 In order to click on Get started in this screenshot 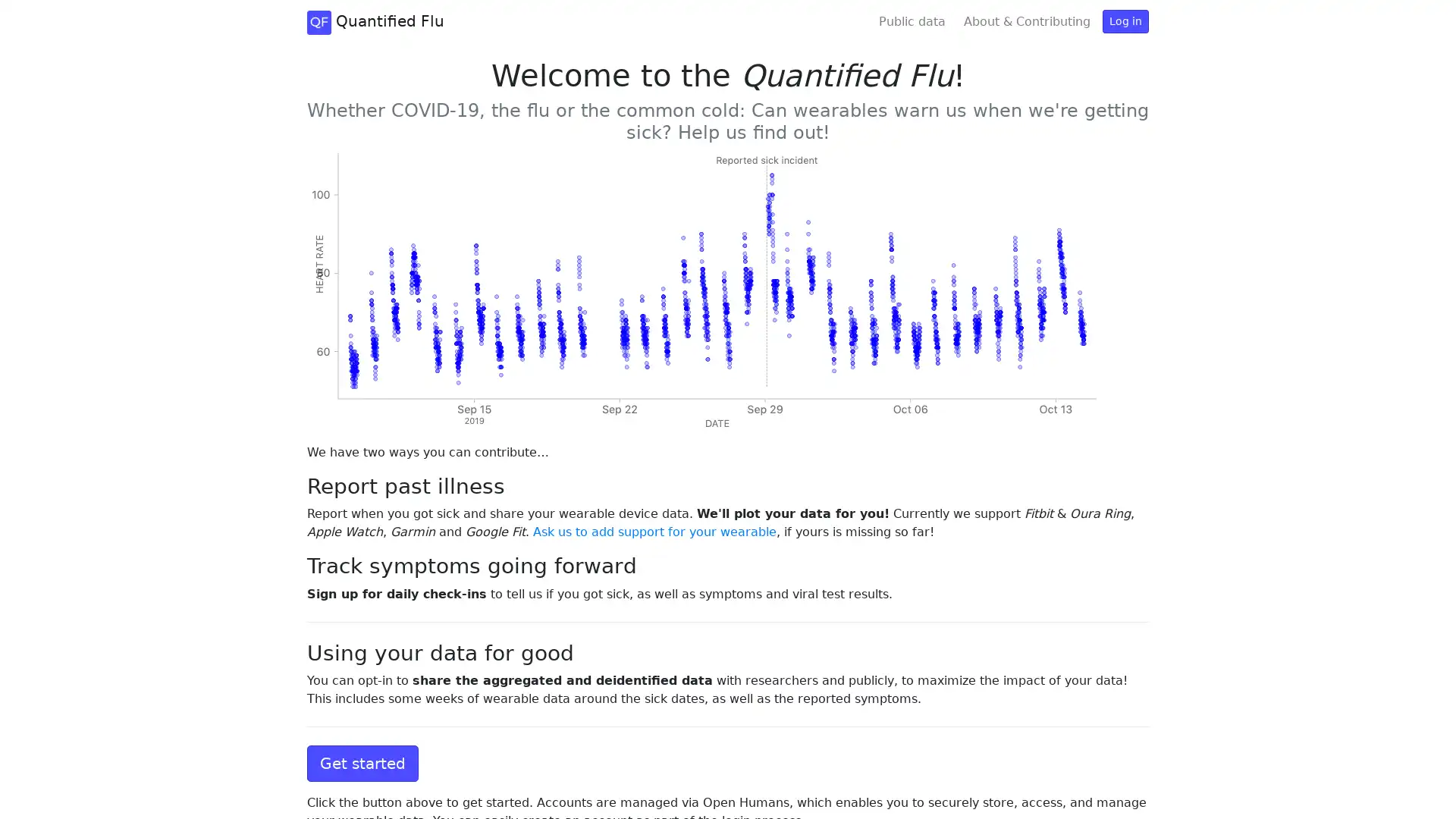, I will do `click(362, 763)`.